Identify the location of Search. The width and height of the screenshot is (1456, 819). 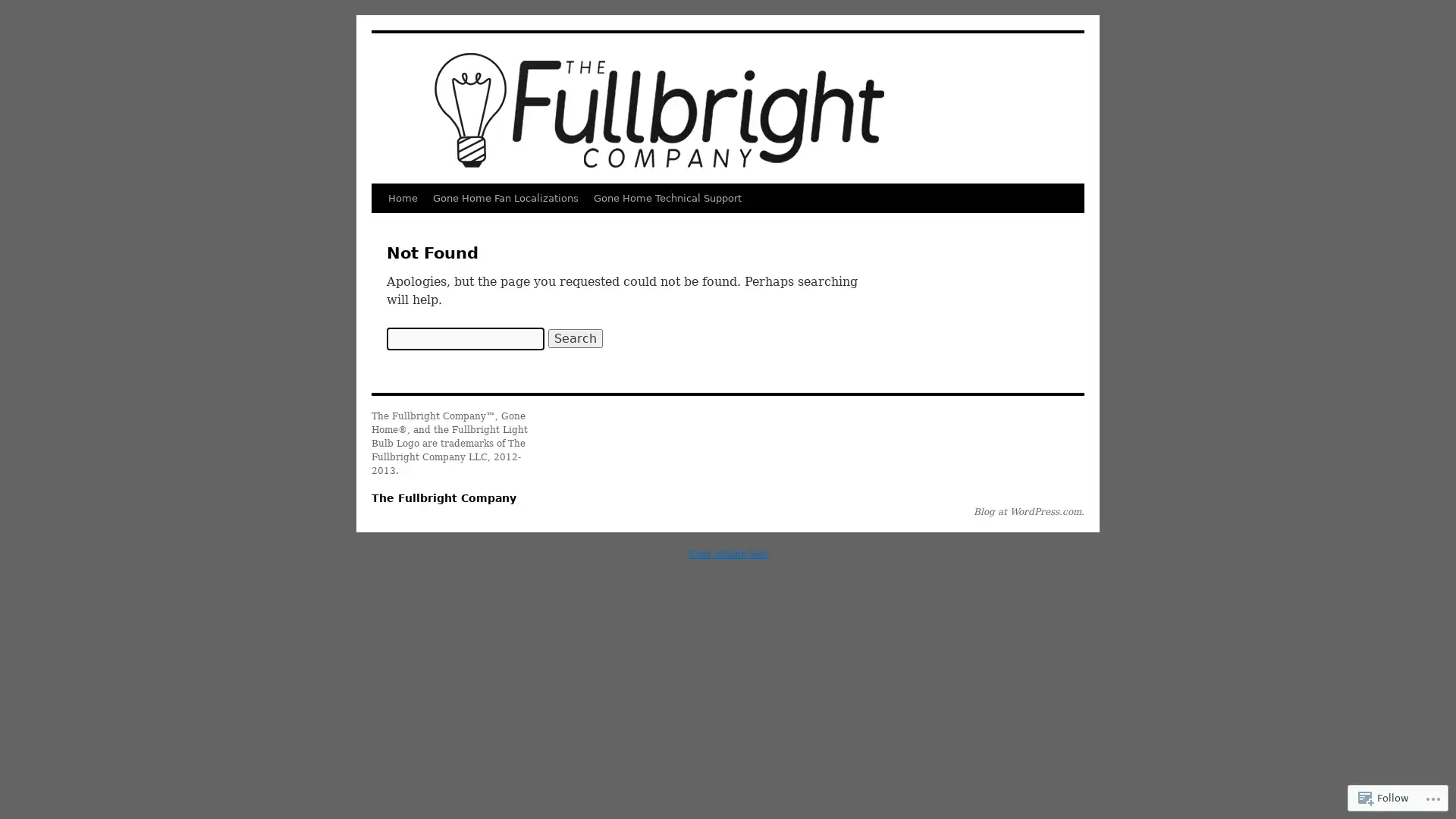
(574, 337).